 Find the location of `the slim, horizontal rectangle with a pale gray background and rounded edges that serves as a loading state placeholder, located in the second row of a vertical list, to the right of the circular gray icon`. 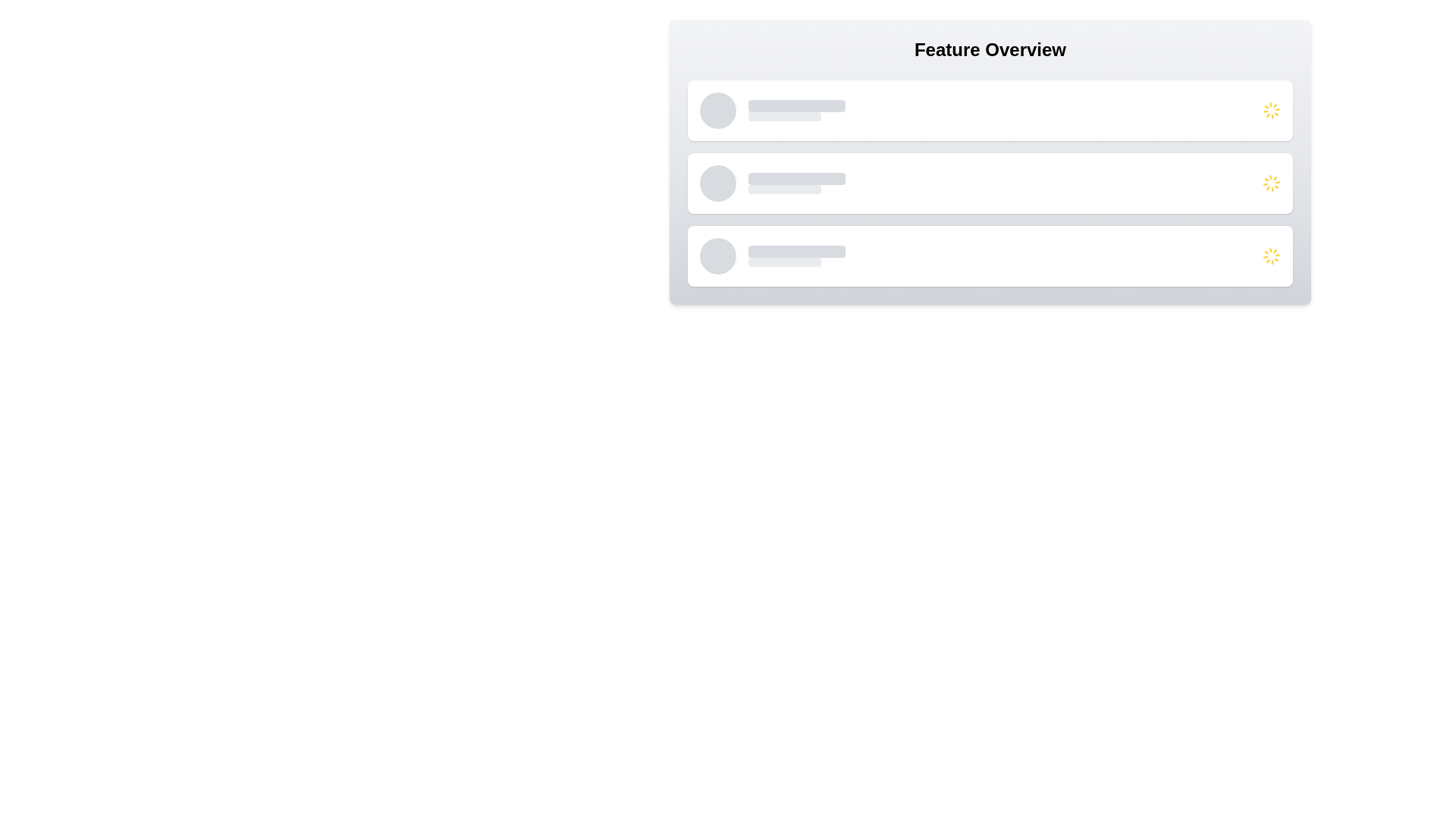

the slim, horizontal rectangle with a pale gray background and rounded edges that serves as a loading state placeholder, located in the second row of a vertical list, to the right of the circular gray icon is located at coordinates (785, 189).